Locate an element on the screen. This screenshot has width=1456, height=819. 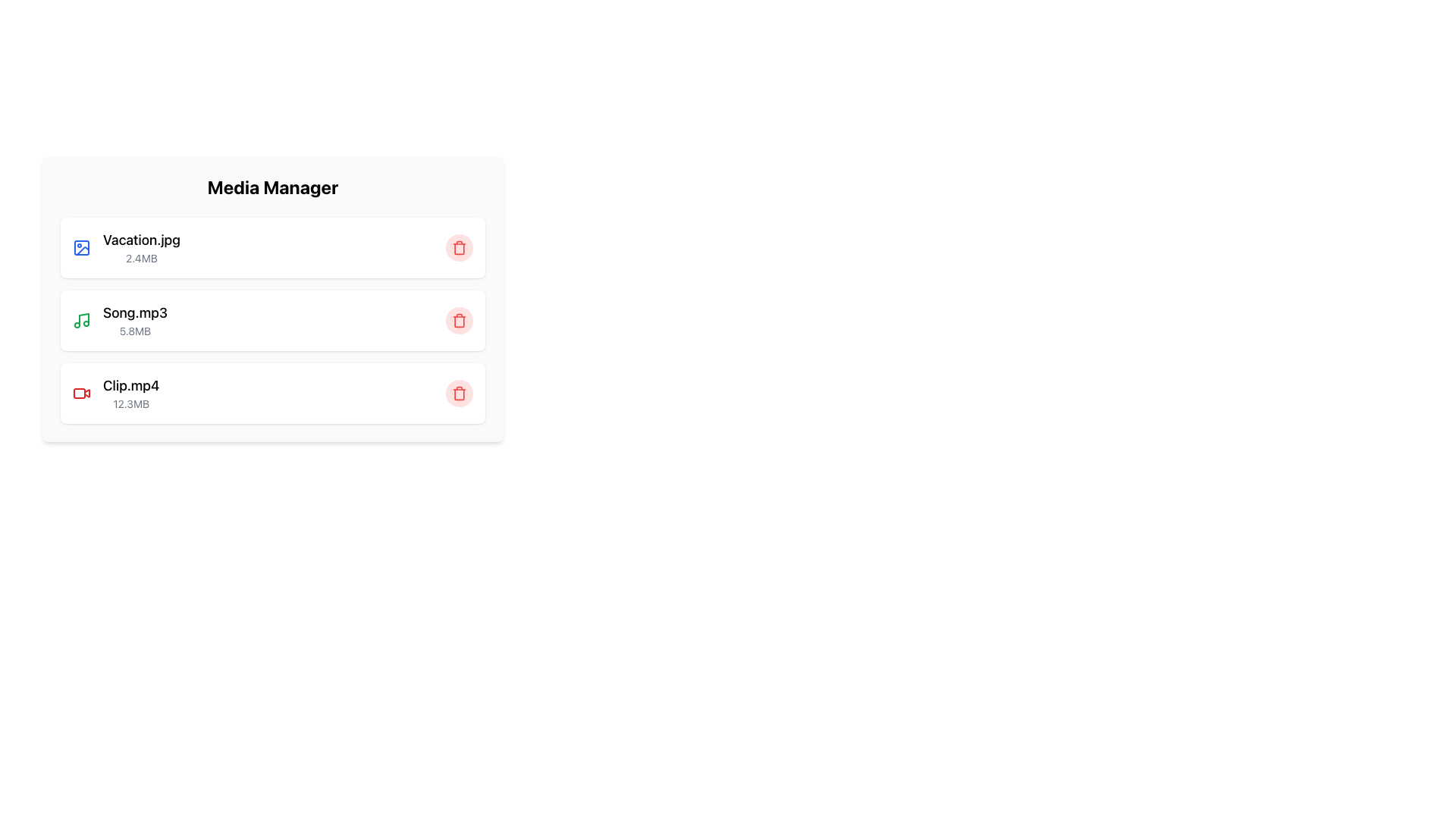
the text label displaying '2.4MB', which is located immediately below 'Vacation.jpg' in the file listing is located at coordinates (142, 257).